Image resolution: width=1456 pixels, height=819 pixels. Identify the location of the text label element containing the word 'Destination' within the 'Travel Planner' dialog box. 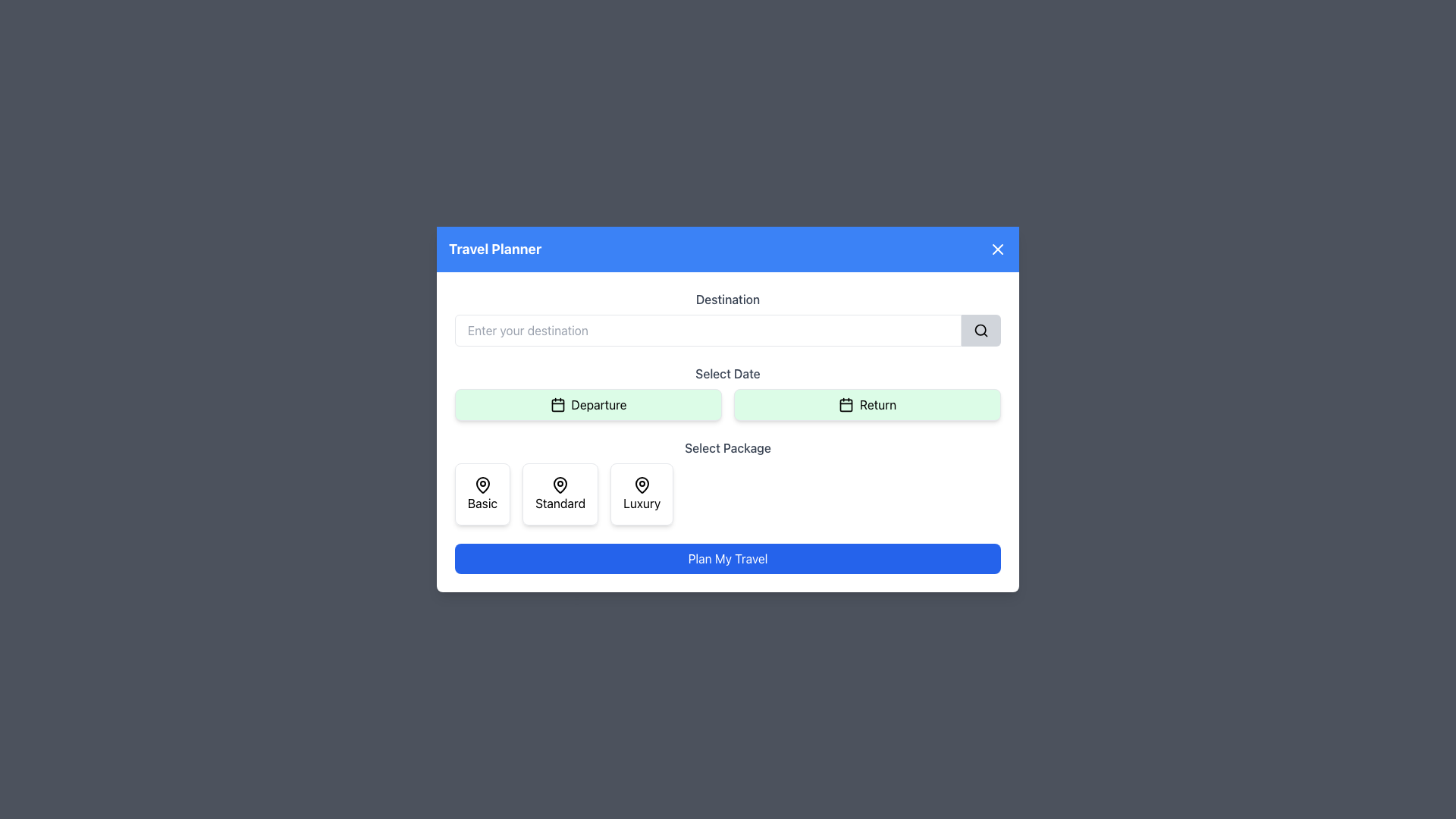
(728, 299).